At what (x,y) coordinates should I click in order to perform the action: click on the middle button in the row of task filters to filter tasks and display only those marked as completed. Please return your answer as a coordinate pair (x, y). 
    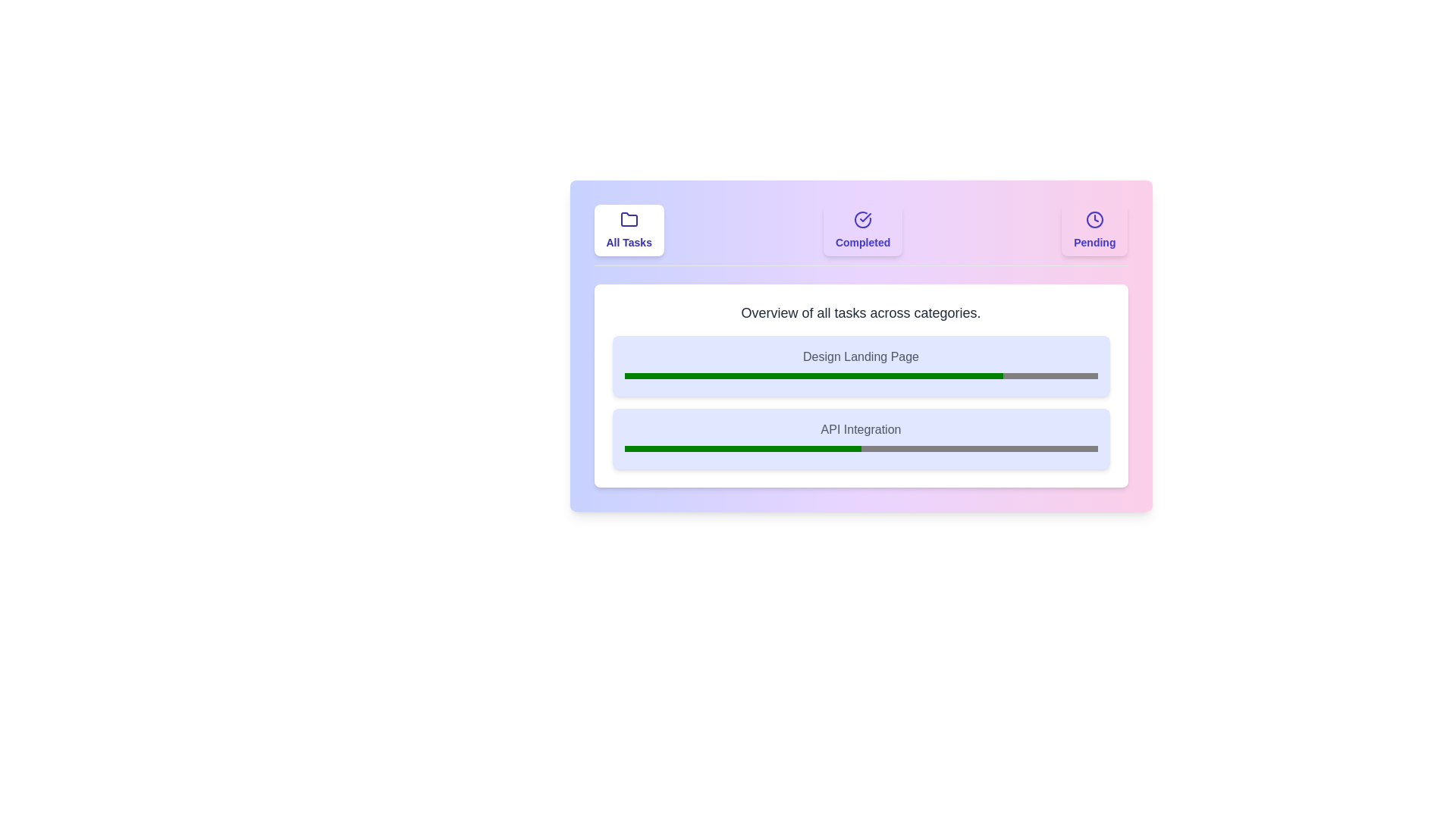
    Looking at the image, I should click on (861, 235).